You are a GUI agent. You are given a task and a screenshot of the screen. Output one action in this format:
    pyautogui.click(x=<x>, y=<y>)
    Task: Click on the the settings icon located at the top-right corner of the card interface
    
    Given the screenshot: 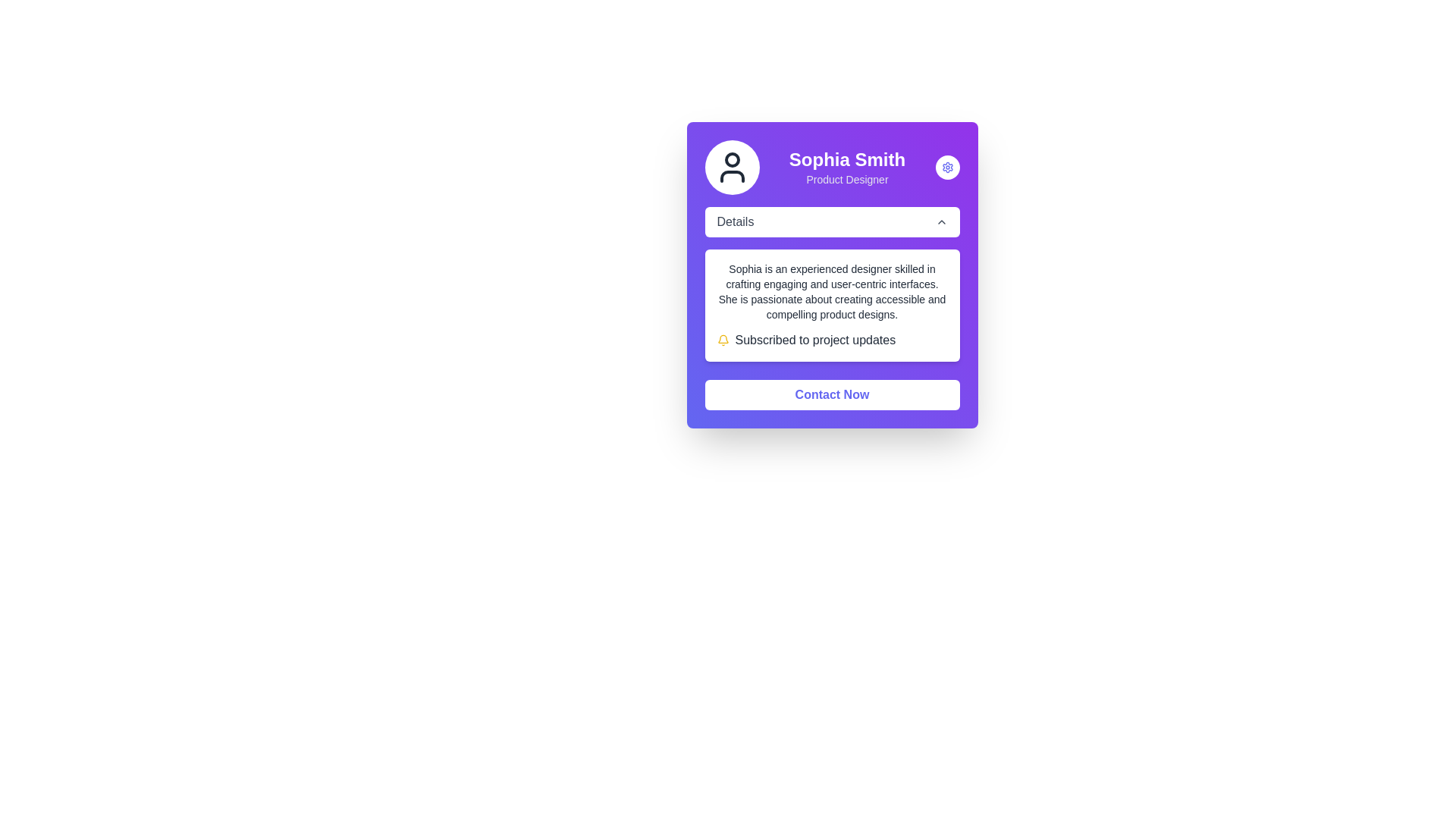 What is the action you would take?
    pyautogui.click(x=946, y=167)
    